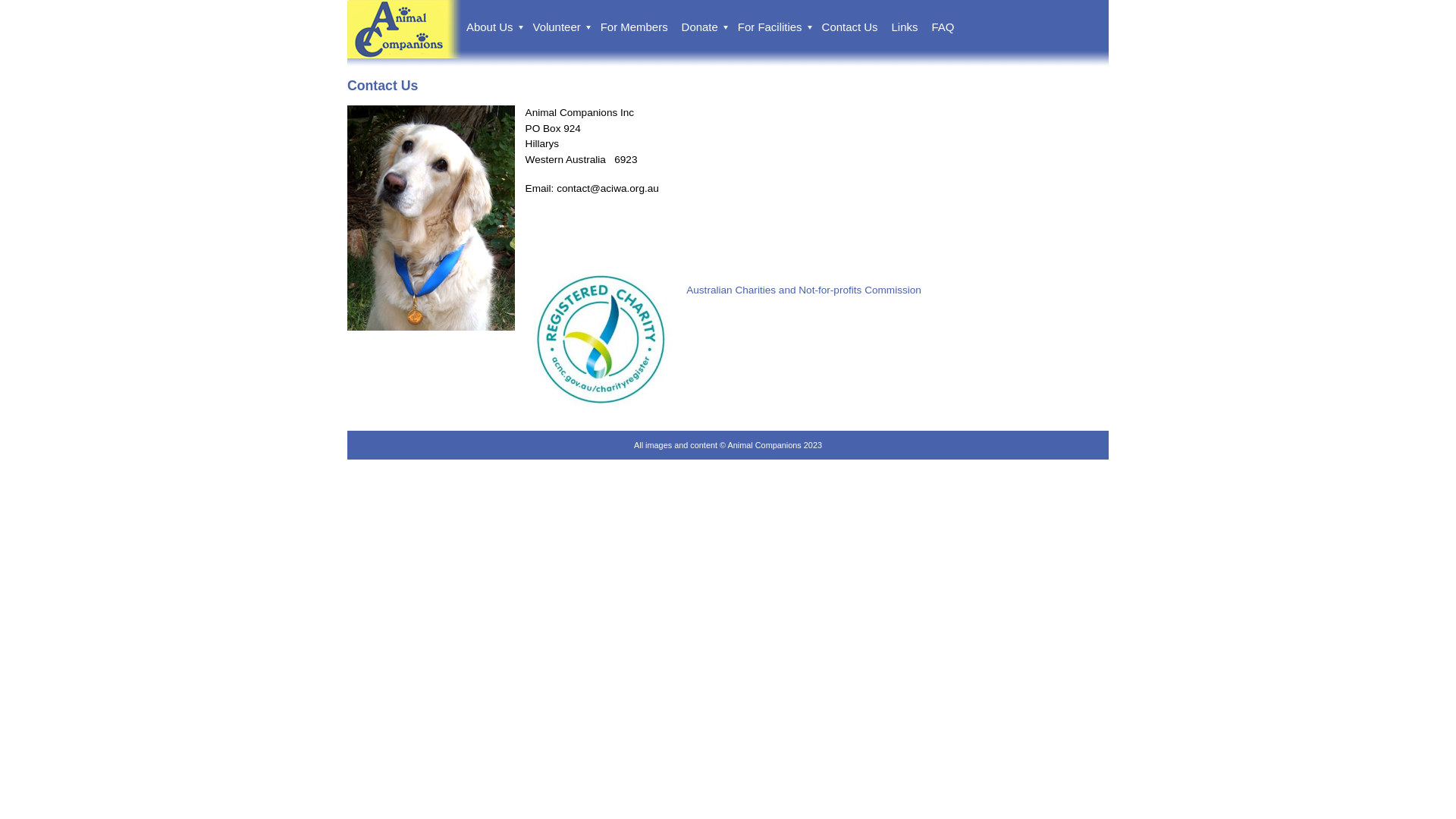 Image resolution: width=1456 pixels, height=819 pixels. What do you see at coordinates (803, 290) in the screenshot?
I see `'Australian Charities and Not-for-profits Commission'` at bounding box center [803, 290].